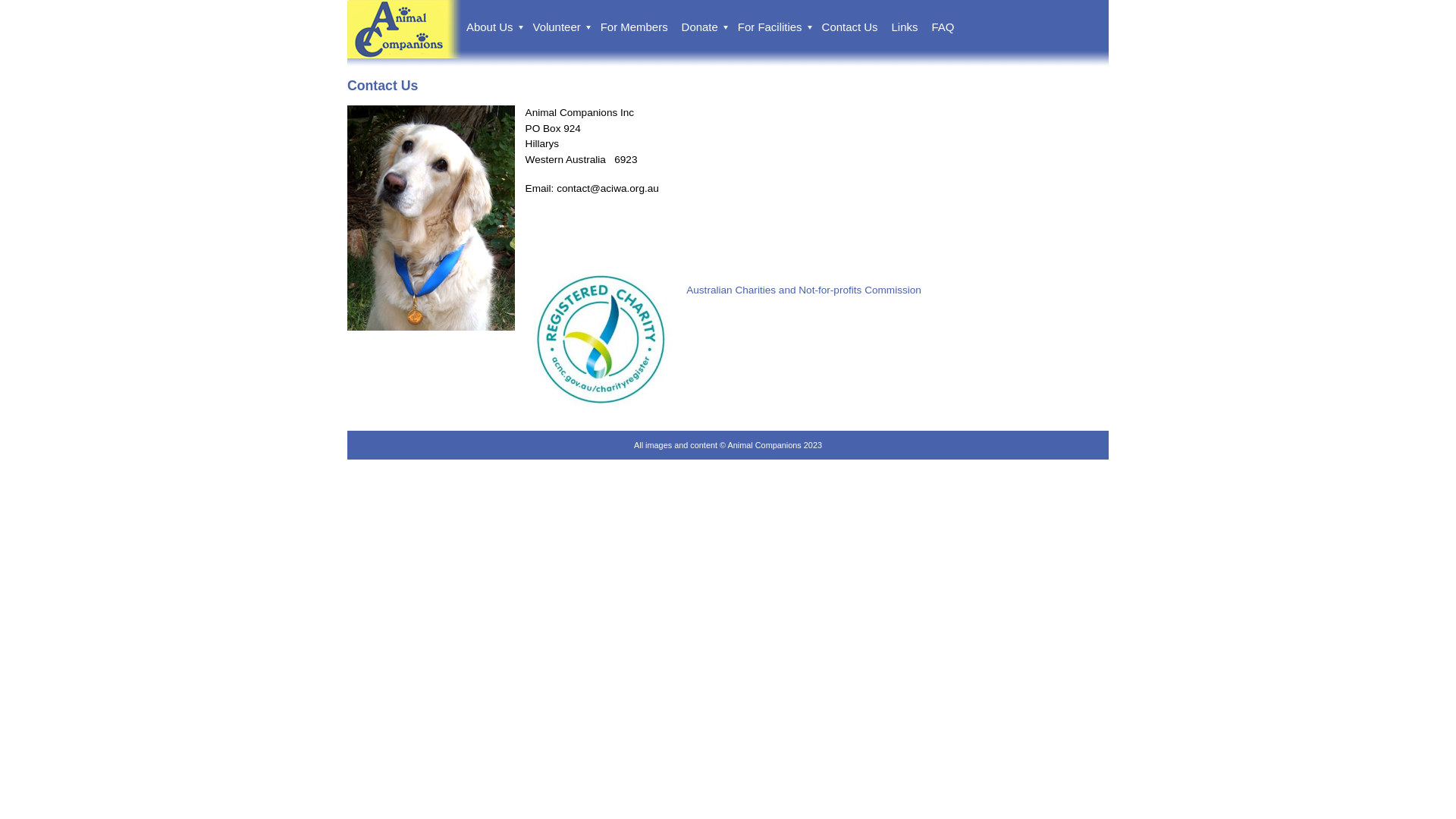 Image resolution: width=1456 pixels, height=819 pixels. What do you see at coordinates (803, 290) in the screenshot?
I see `'Australian Charities and Not-for-profits Commission'` at bounding box center [803, 290].